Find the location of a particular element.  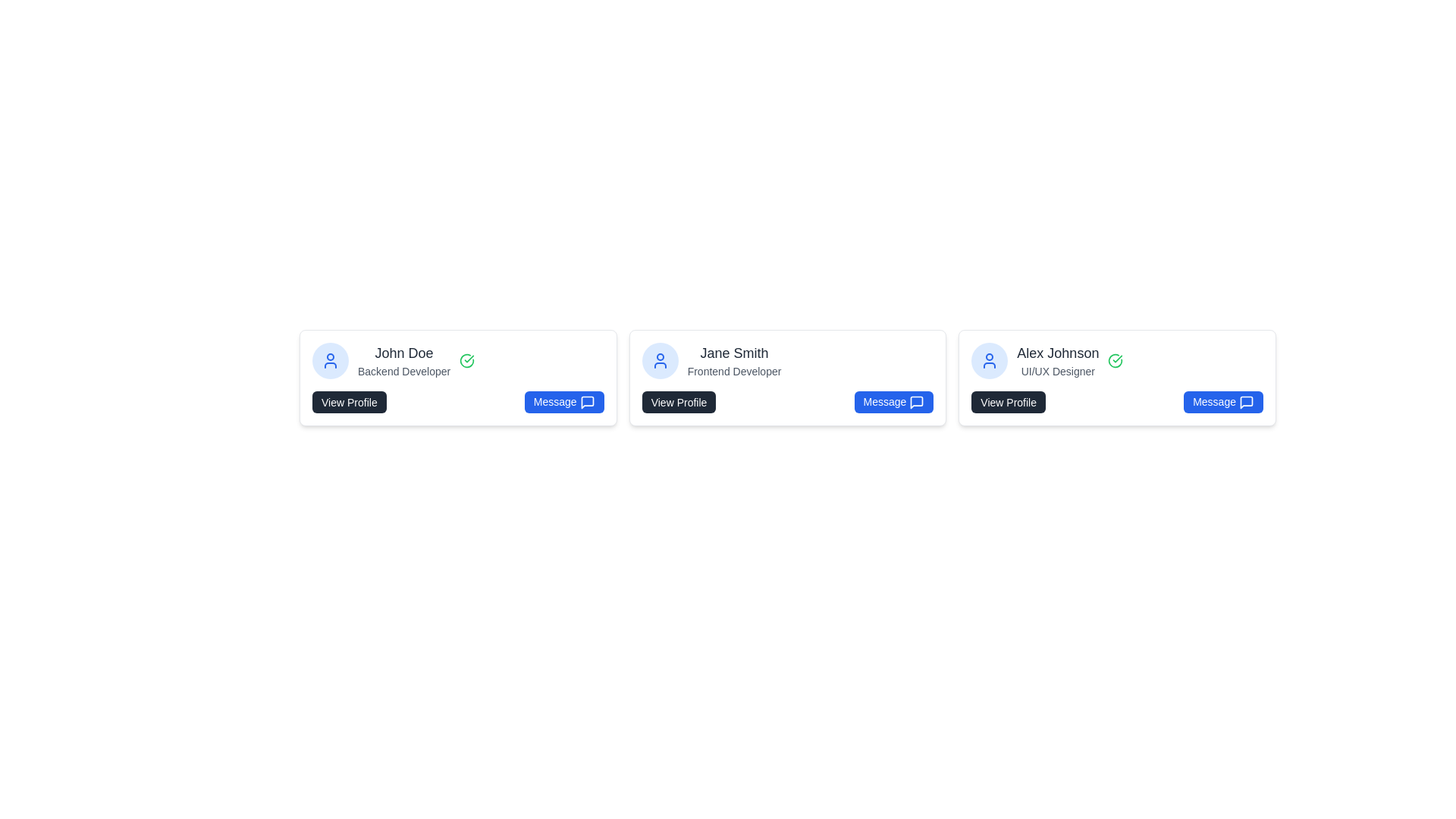

the text display element showing 'Jane Smith' and 'Frontend Developer', which is the second profile card in a group of three cards is located at coordinates (734, 360).